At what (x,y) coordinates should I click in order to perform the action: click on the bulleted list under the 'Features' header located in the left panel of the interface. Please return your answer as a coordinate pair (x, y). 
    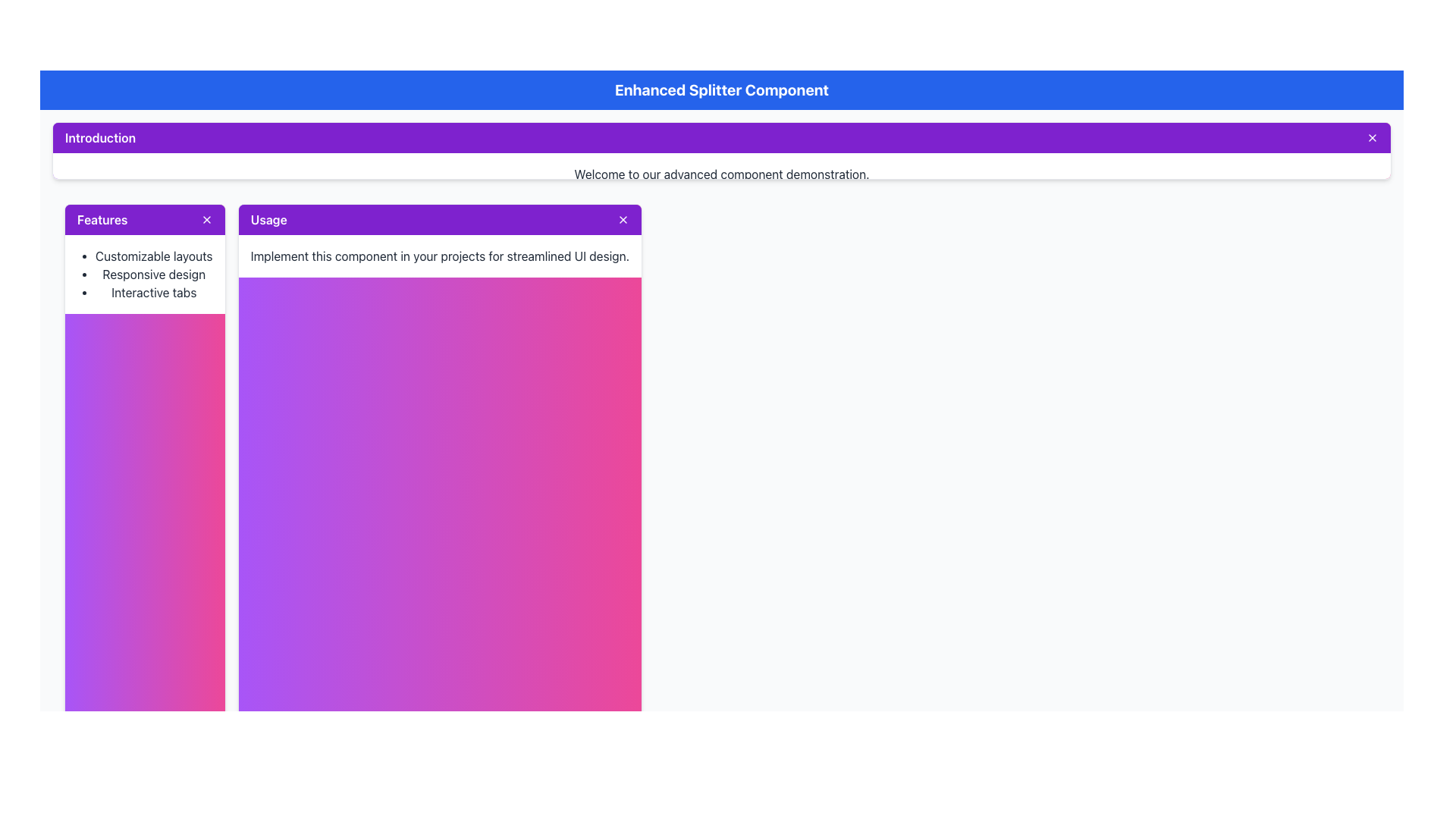
    Looking at the image, I should click on (145, 274).